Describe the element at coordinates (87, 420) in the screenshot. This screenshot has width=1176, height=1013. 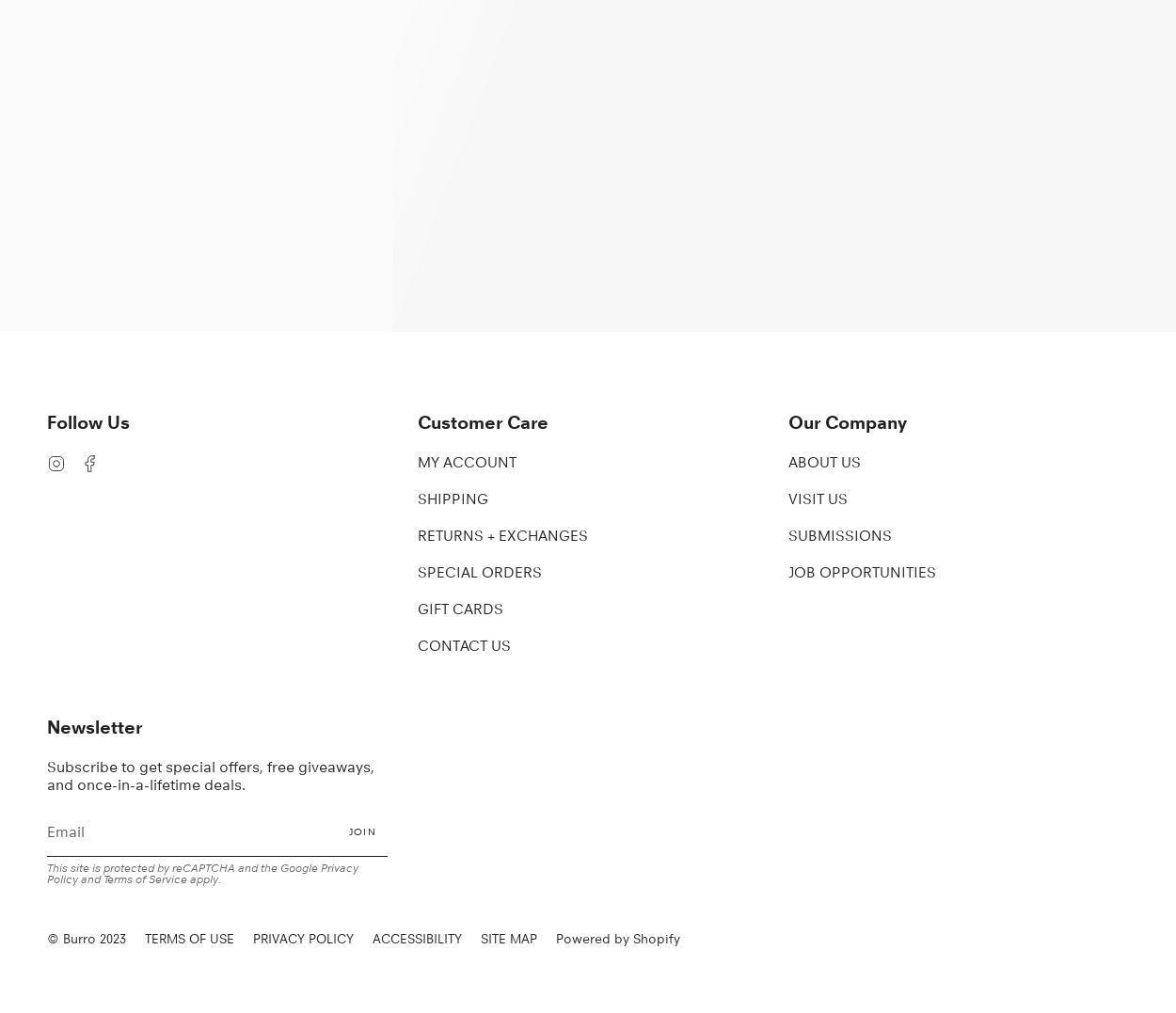
I see `'Follow Us'` at that location.